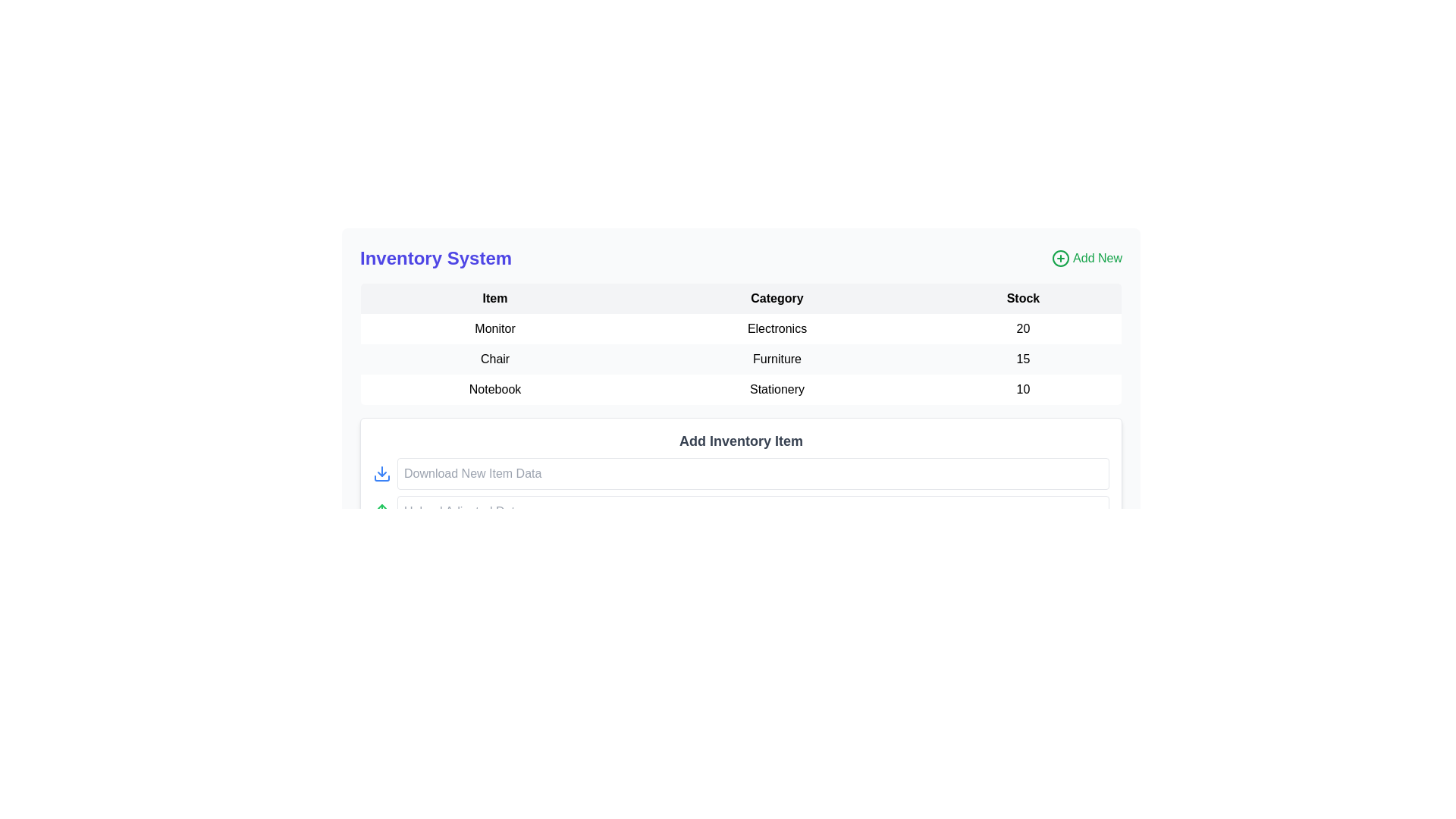 The image size is (1456, 819). What do you see at coordinates (777, 388) in the screenshot?
I see `the 'Stationery' text label located in the second column under the 'Category' heading for the 'Notebook' item in the 'Inventory System' table` at bounding box center [777, 388].